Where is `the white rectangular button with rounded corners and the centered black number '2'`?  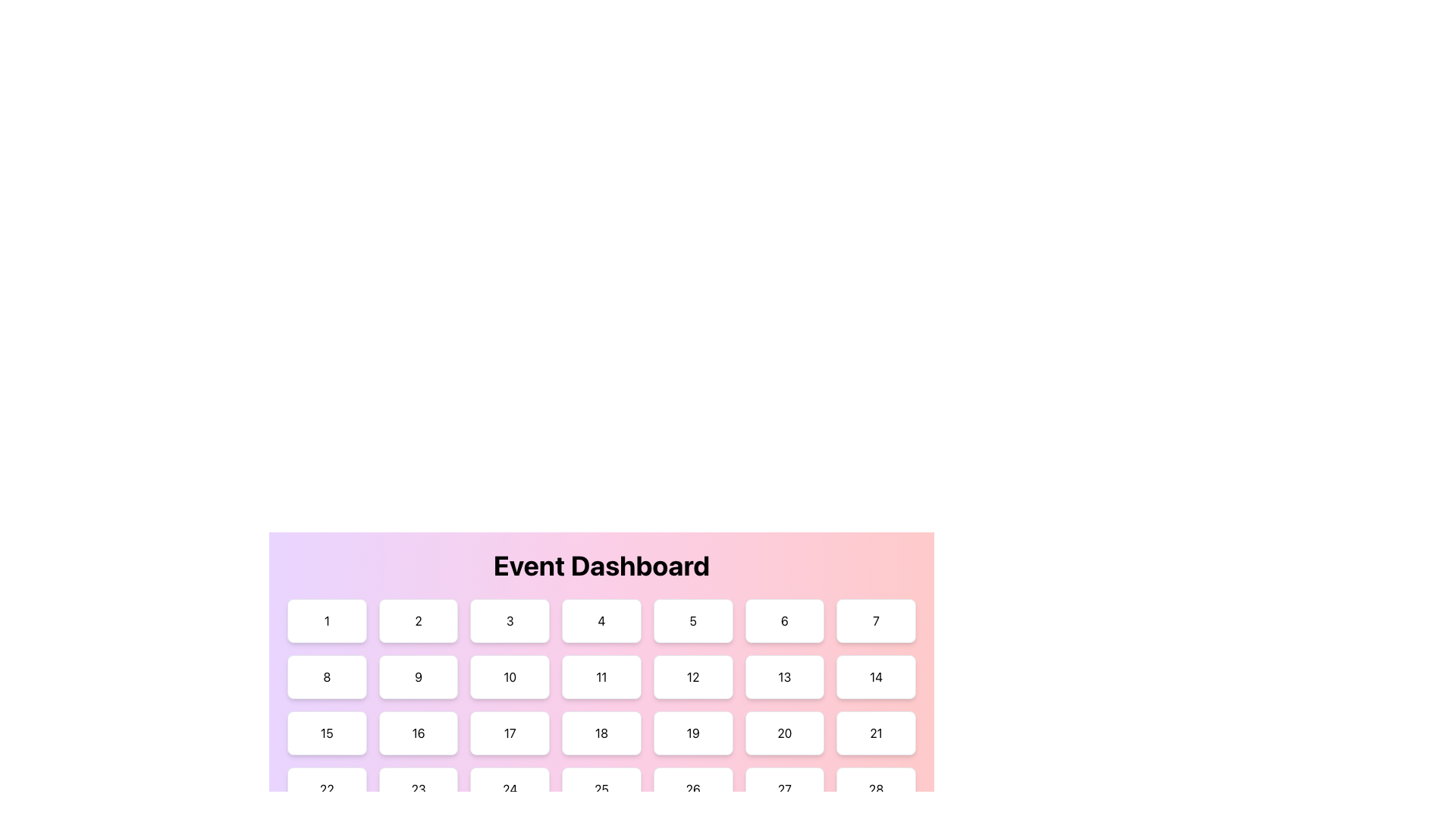 the white rectangular button with rounded corners and the centered black number '2' is located at coordinates (419, 620).